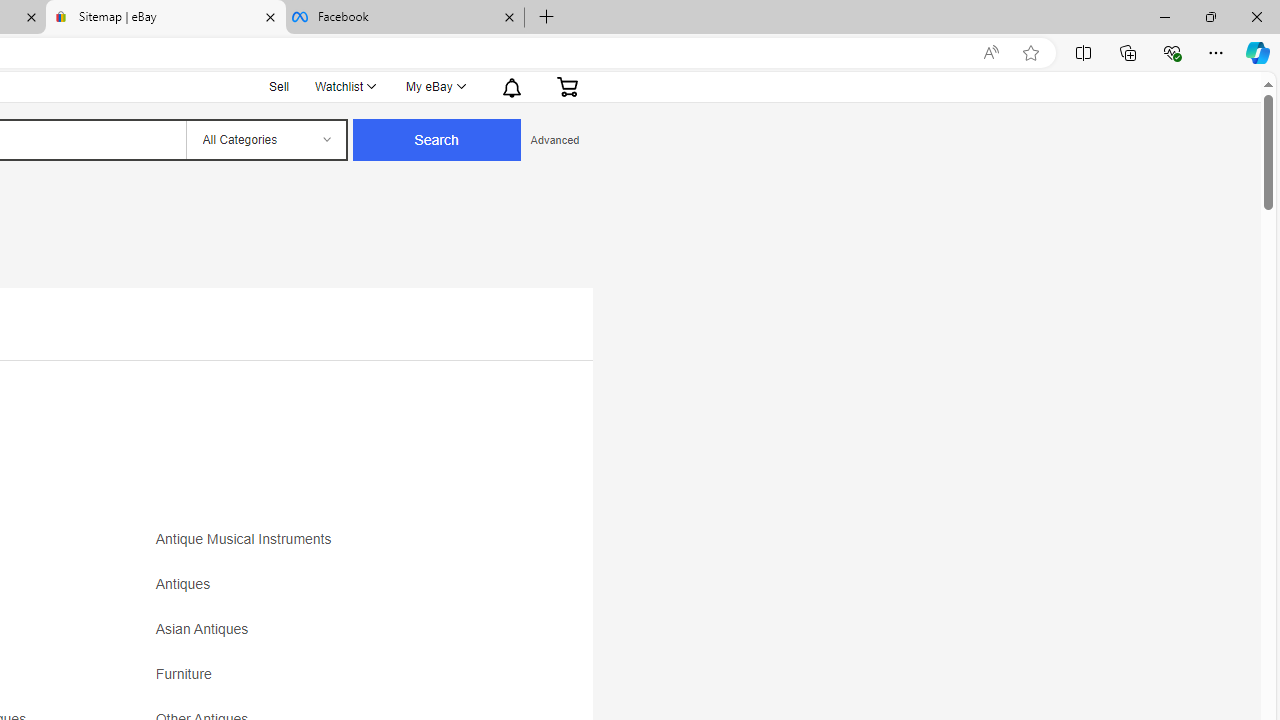 This screenshot has height=720, width=1280. I want to click on 'Notification', so click(510, 85).